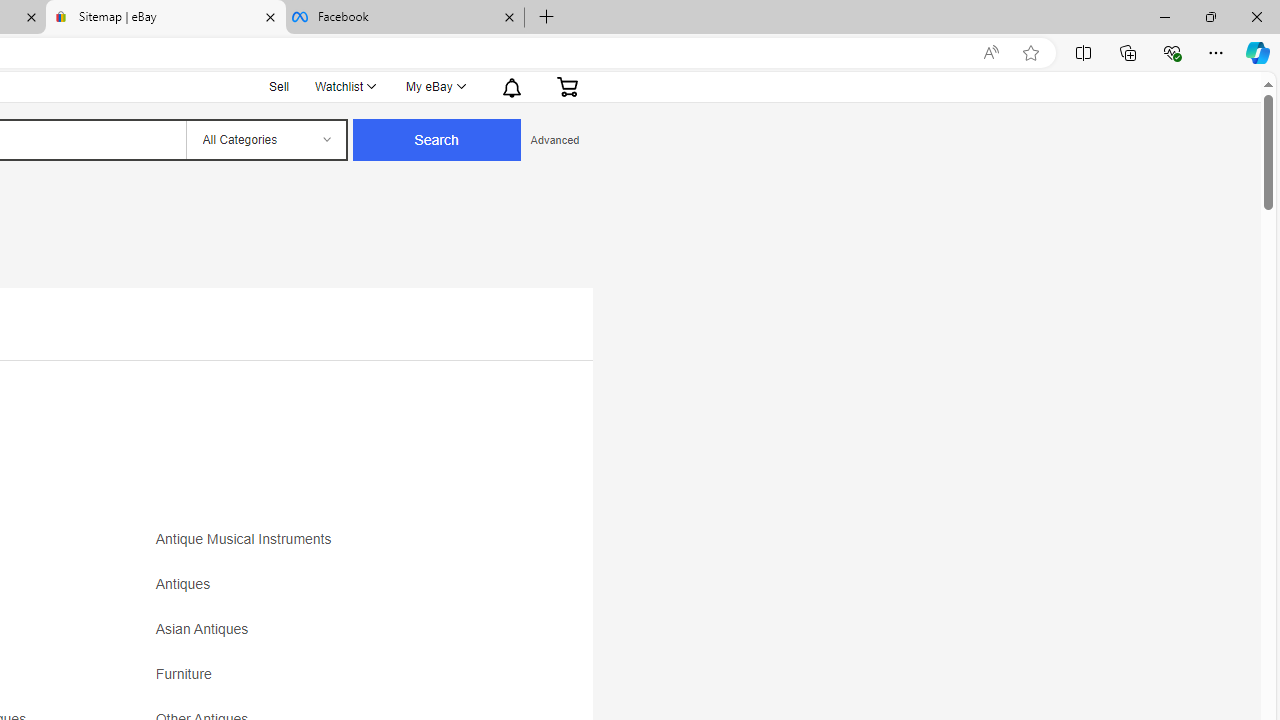 This screenshot has height=720, width=1280. I want to click on 'Notification', so click(510, 85).